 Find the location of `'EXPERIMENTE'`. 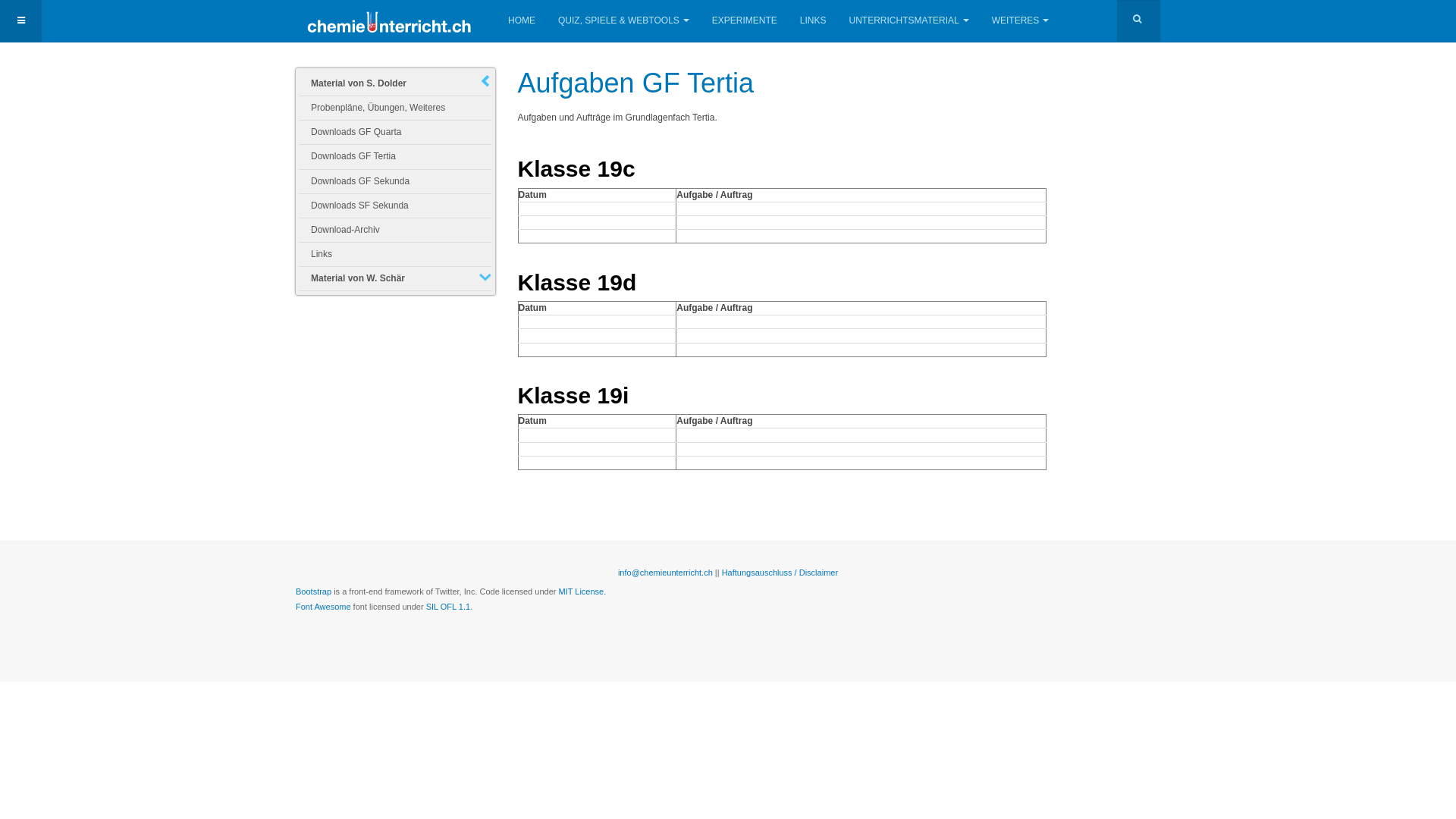

'EXPERIMENTE' is located at coordinates (745, 20).